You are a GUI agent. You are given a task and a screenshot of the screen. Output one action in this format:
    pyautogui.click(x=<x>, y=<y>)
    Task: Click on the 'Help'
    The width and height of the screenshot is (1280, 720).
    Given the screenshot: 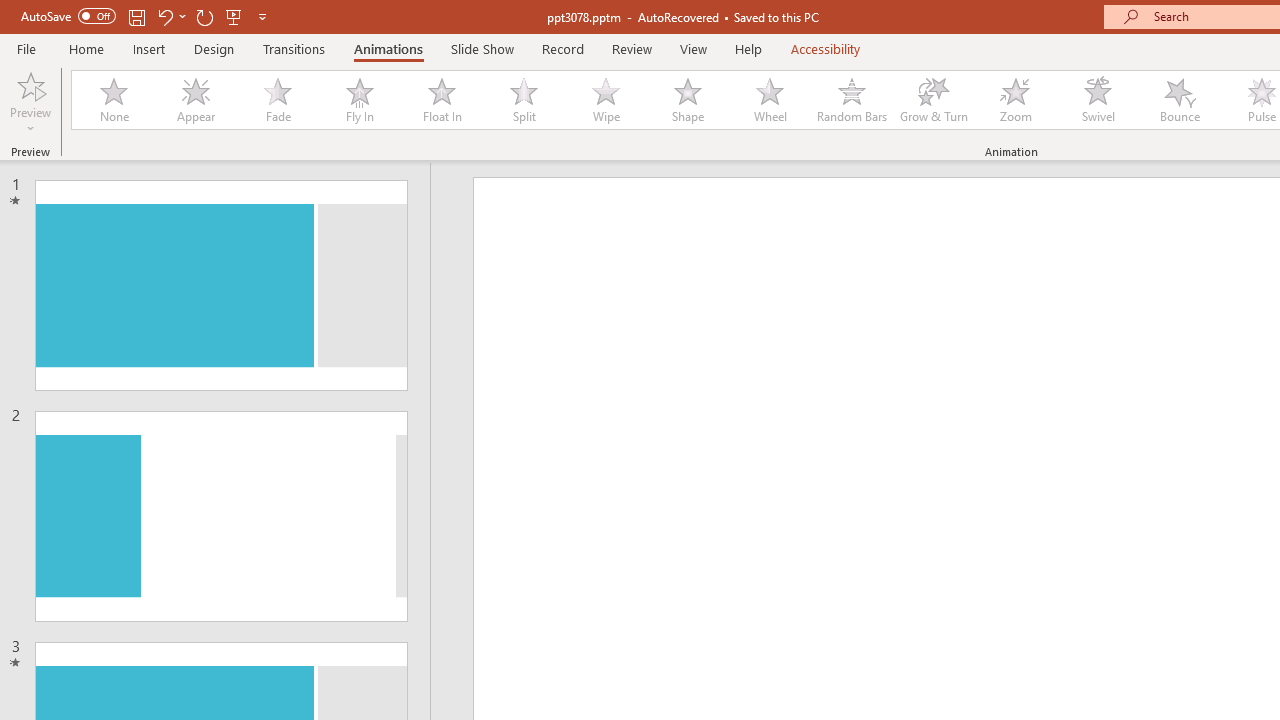 What is the action you would take?
    pyautogui.click(x=747, y=48)
    